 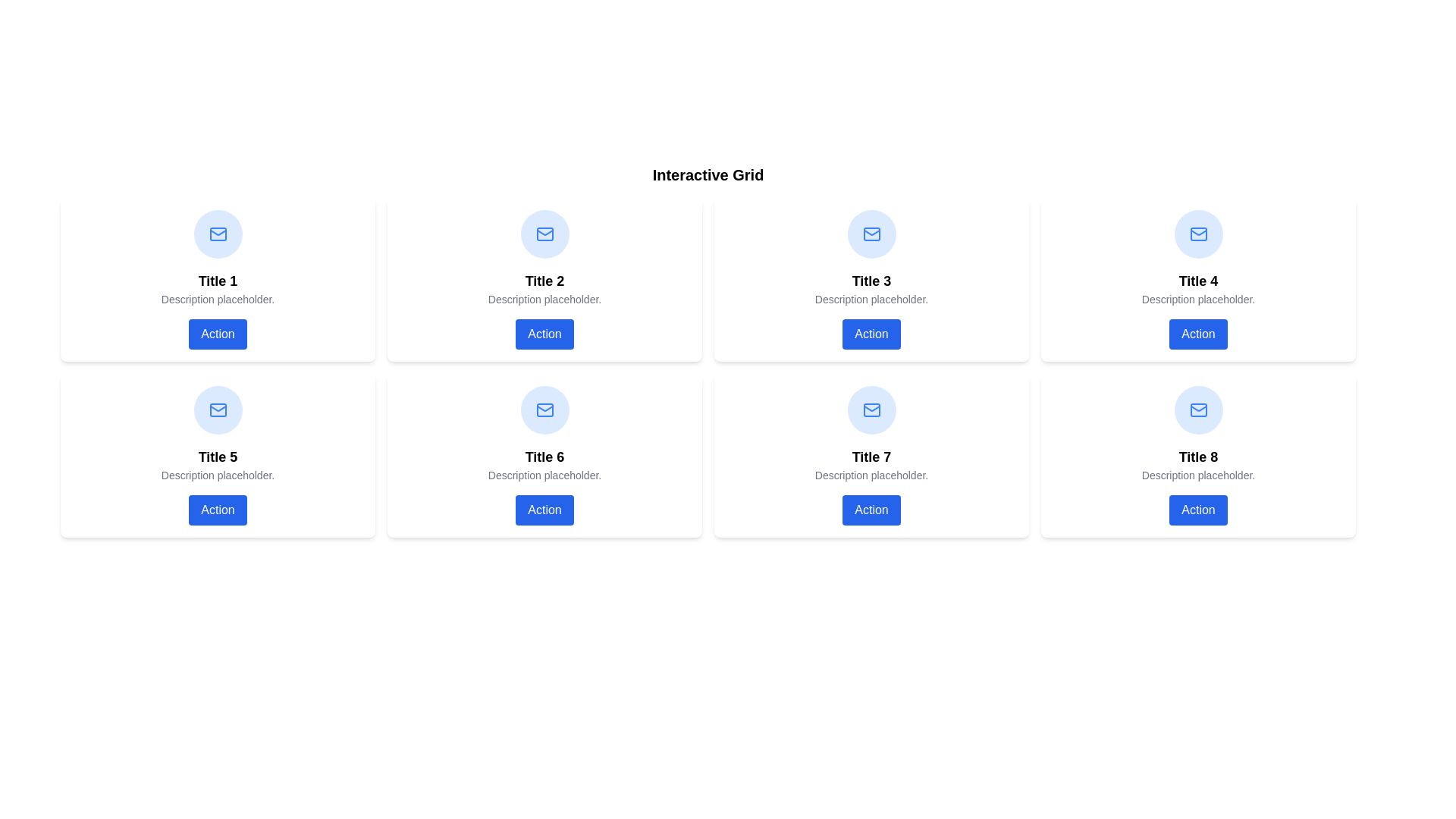 I want to click on the text label that reads 'Description placeholder.' located in the fifth card of the grid layout, positioned below 'Title 5' and above the 'Action' button, so click(x=217, y=475).